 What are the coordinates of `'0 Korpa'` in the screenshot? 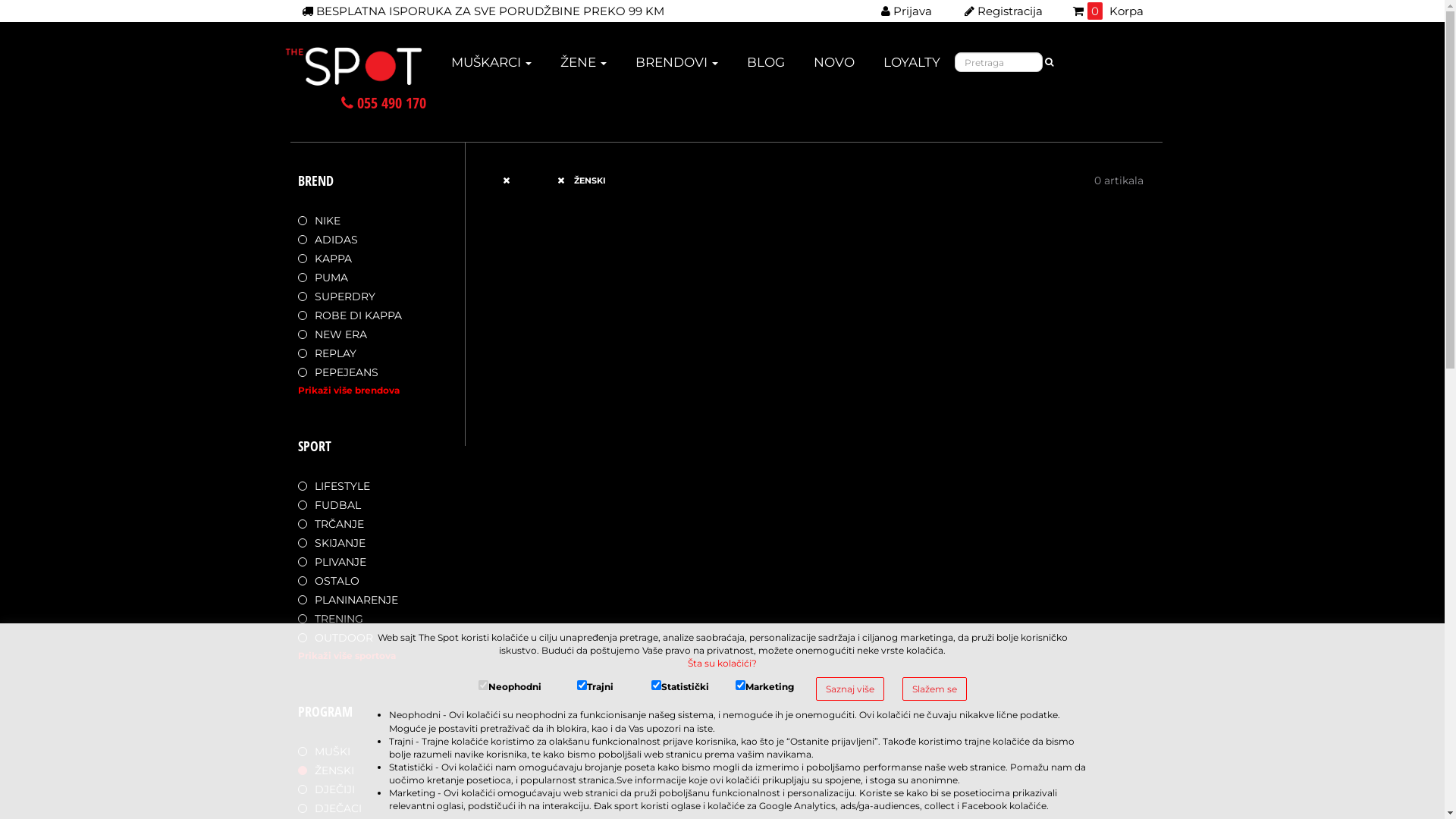 It's located at (1107, 11).